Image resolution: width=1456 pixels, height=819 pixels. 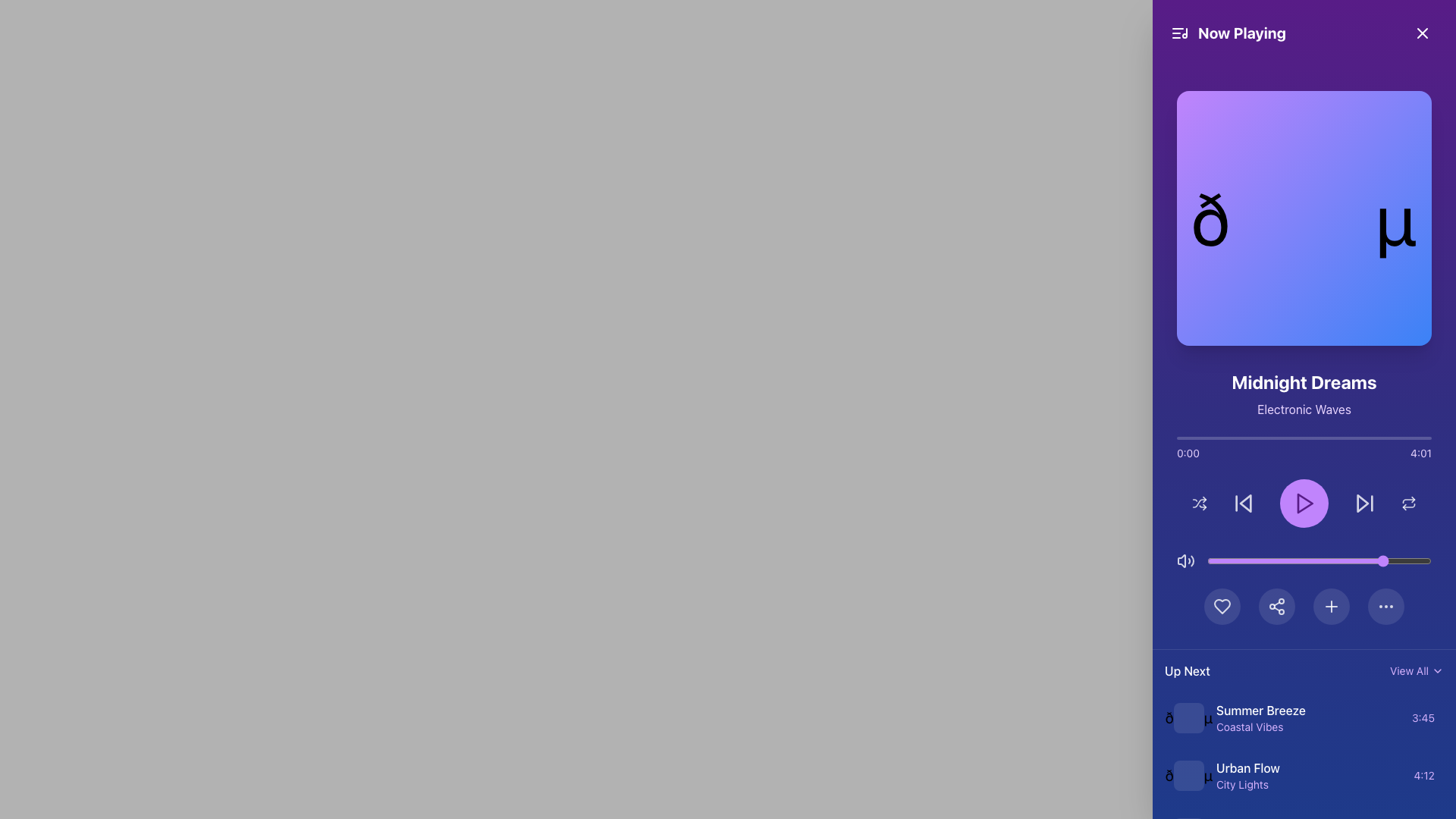 I want to click on the button with an icon depicting two connected nodes within a circular border, located centrally in the bottom tray of the interface, second from the left, so click(x=1276, y=605).